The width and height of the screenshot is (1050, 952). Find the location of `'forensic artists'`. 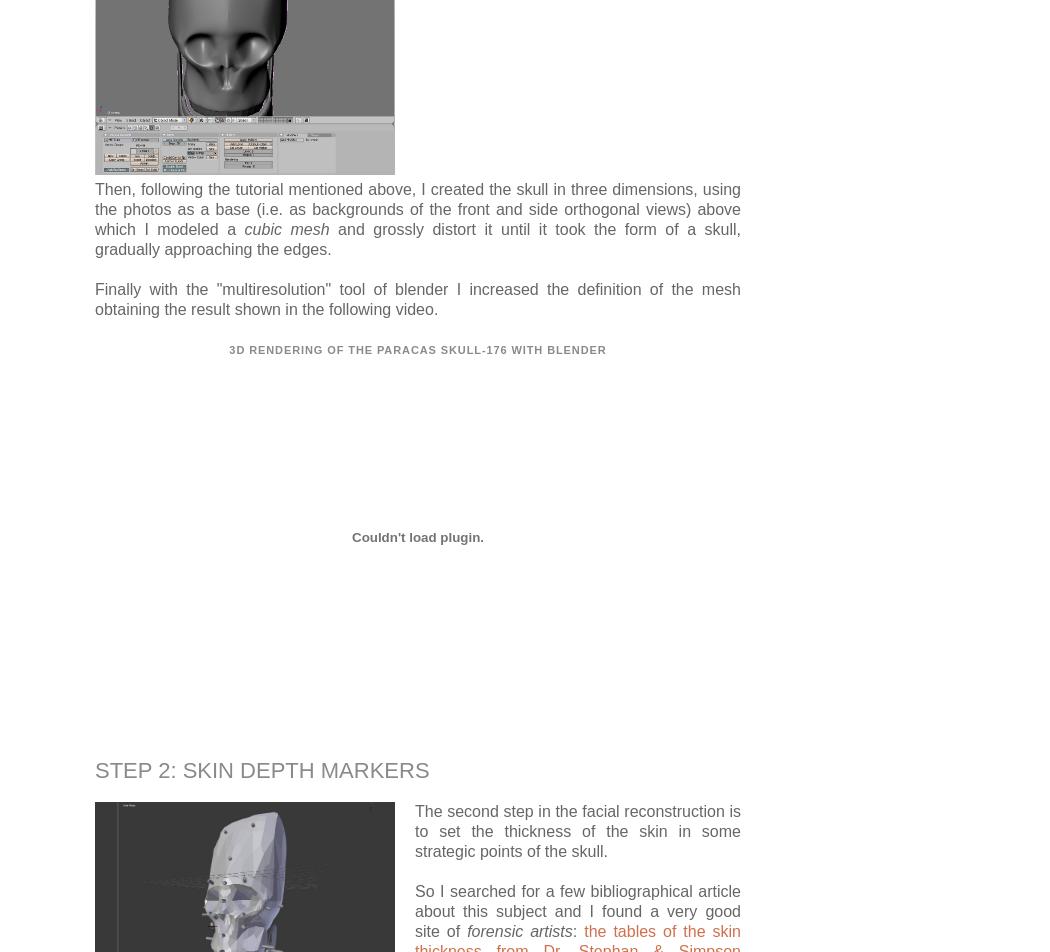

'forensic artists' is located at coordinates (467, 930).